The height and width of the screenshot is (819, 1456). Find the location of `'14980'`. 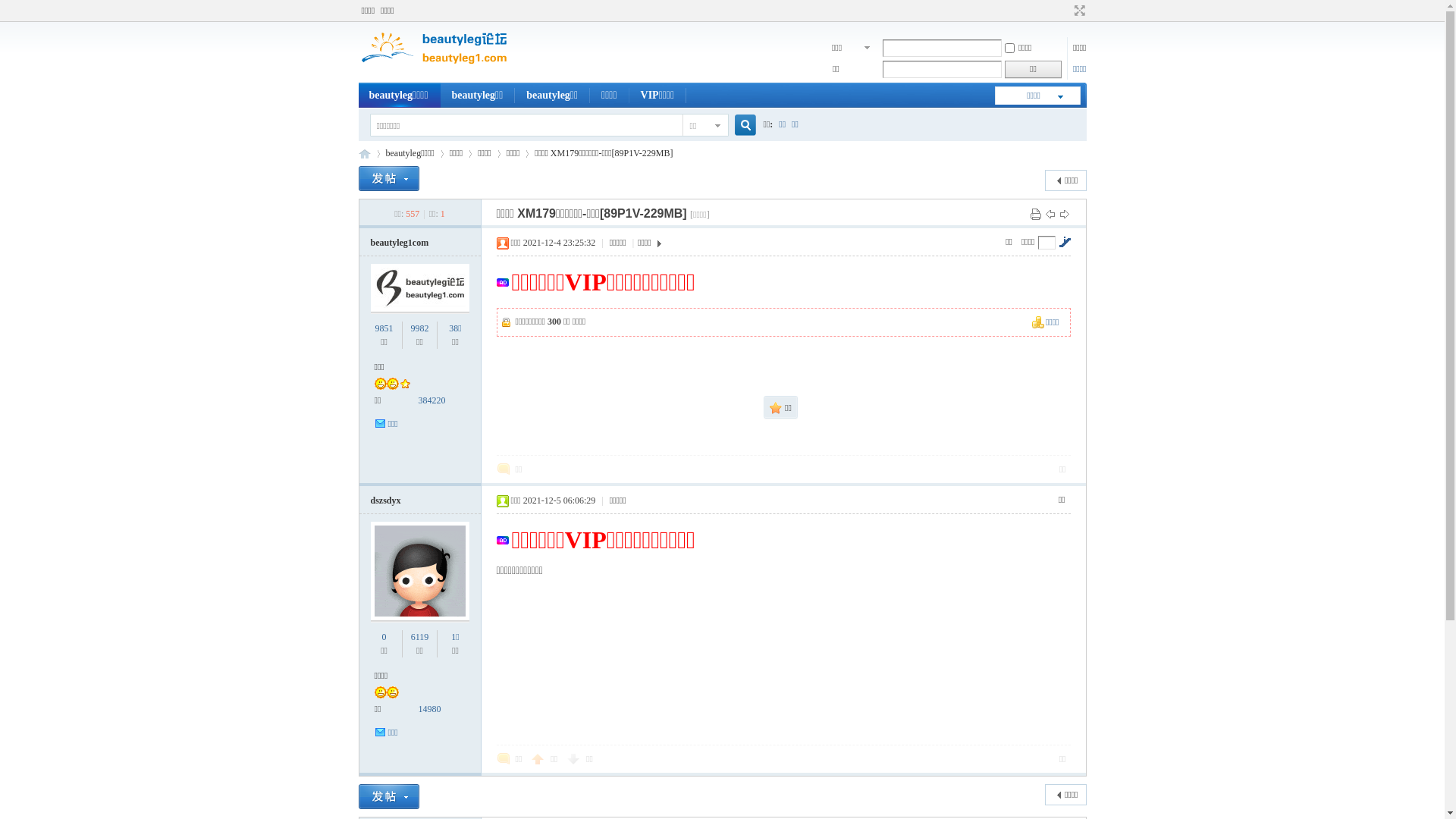

'14980' is located at coordinates (419, 708).